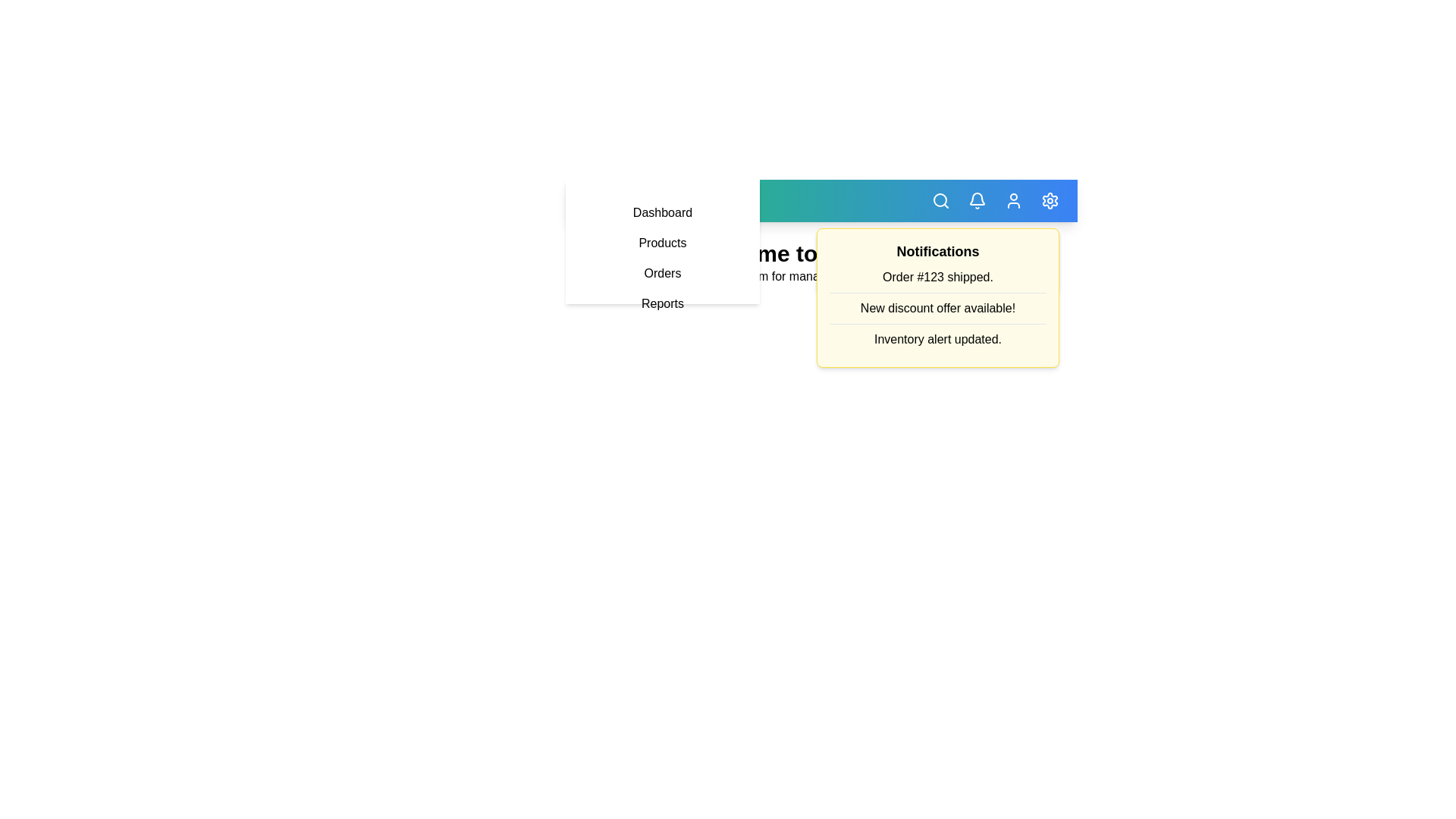 Image resolution: width=1456 pixels, height=819 pixels. Describe the element at coordinates (662, 242) in the screenshot. I see `the 'Products' menu item, which is the second item in the vertical menu structure located near the top-right section of the interface` at that location.